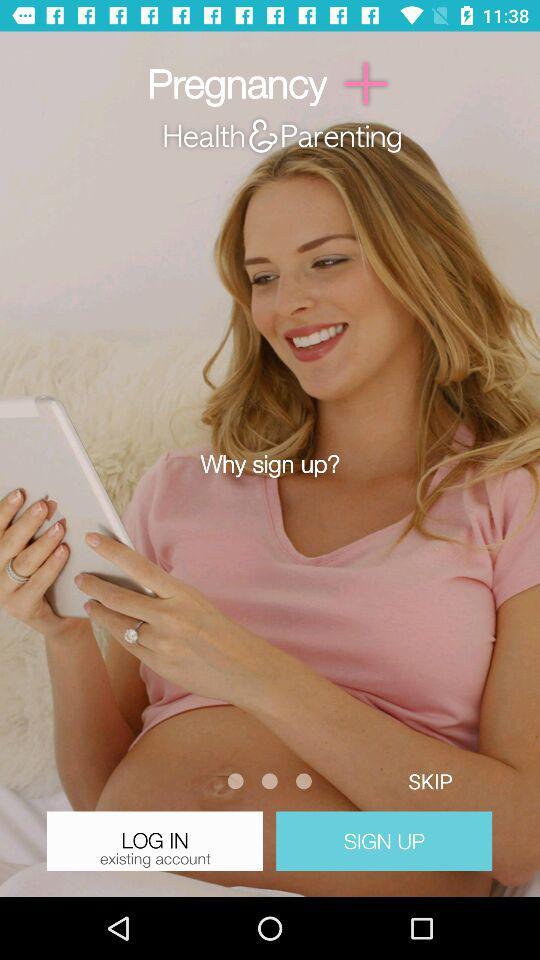 The width and height of the screenshot is (540, 960). What do you see at coordinates (429, 781) in the screenshot?
I see `skip button` at bounding box center [429, 781].